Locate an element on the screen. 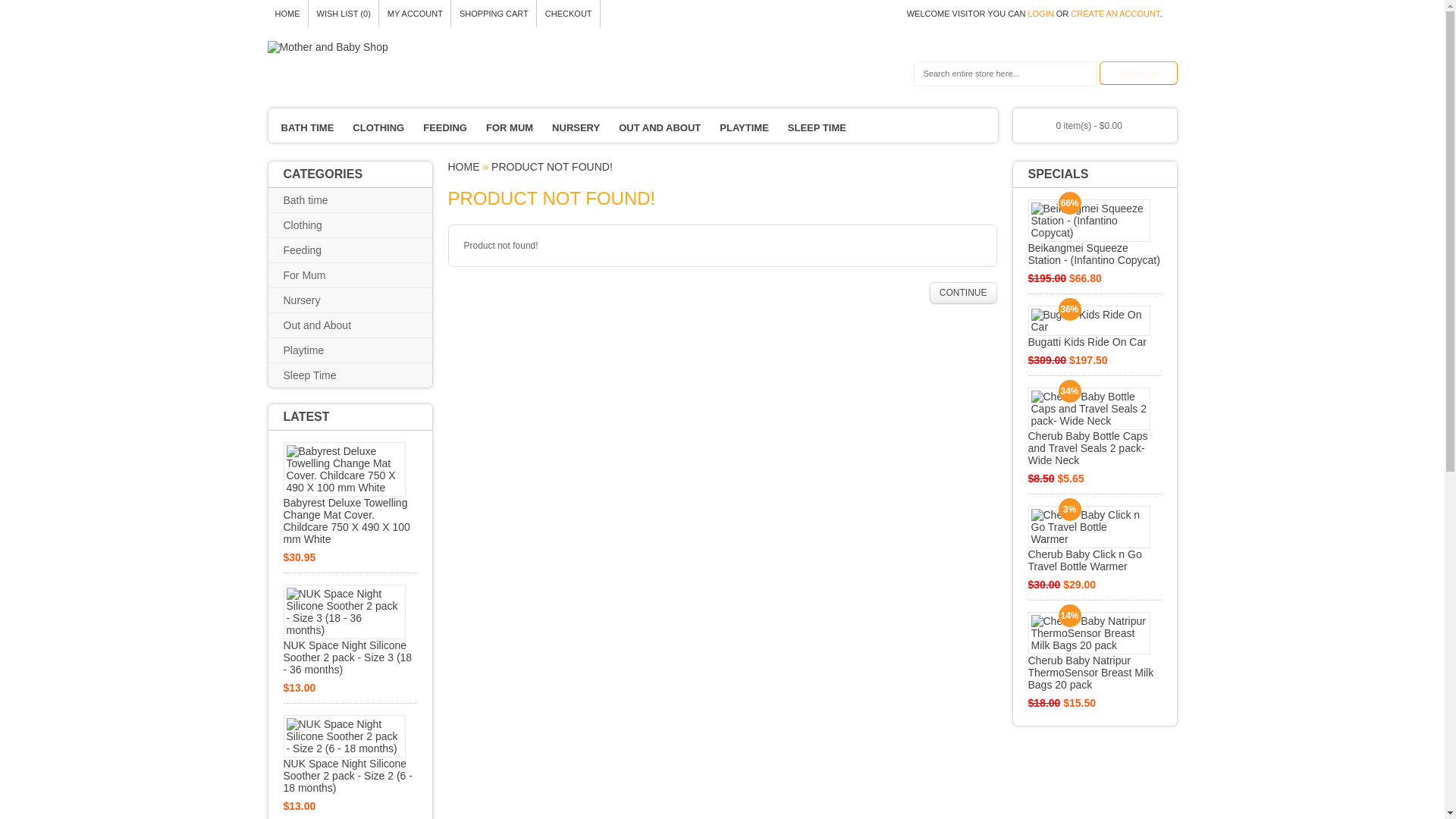 The image size is (1456, 819). 'For Mum' is located at coordinates (315, 275).